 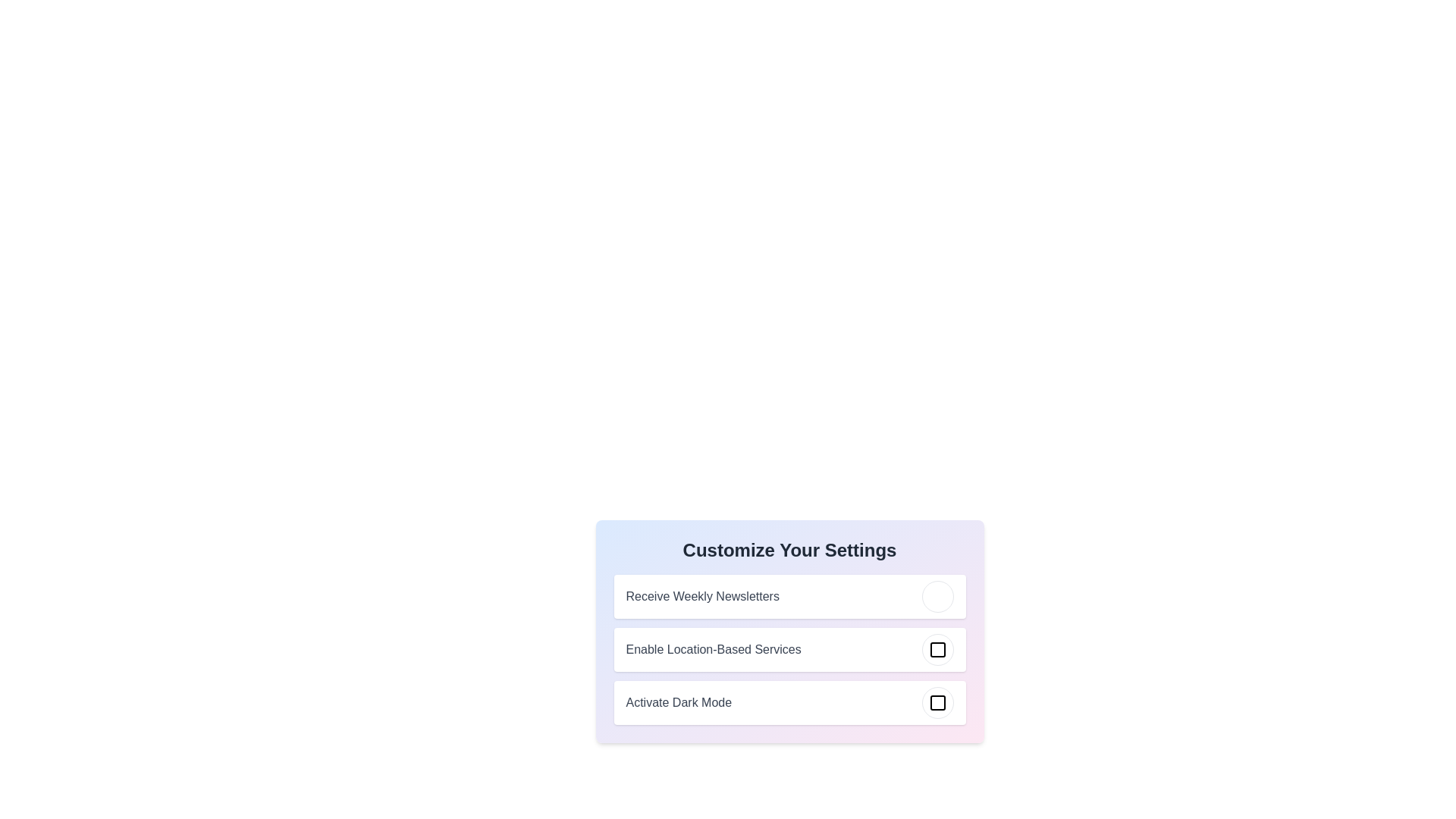 What do you see at coordinates (937, 702) in the screenshot?
I see `the checkbox for the 'Dark Mode' setting, which is located in the settings menu and aligns to the right of the option description` at bounding box center [937, 702].